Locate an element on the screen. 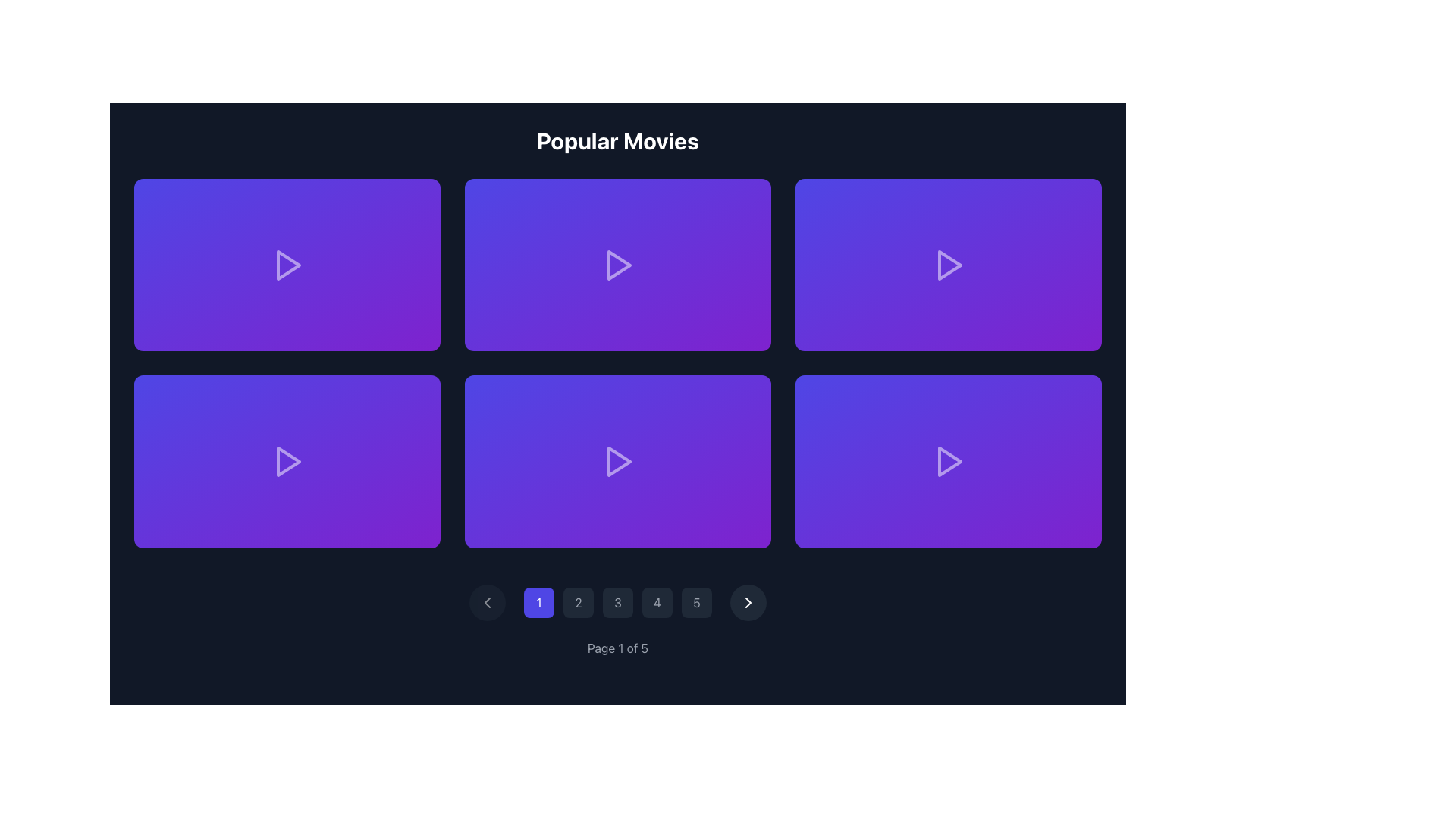 The image size is (1456, 819). the triangular play icon located in the top-left card of the 2x3 grid layout within the 'Popular Movies' section for keyboard navigation is located at coordinates (288, 264).